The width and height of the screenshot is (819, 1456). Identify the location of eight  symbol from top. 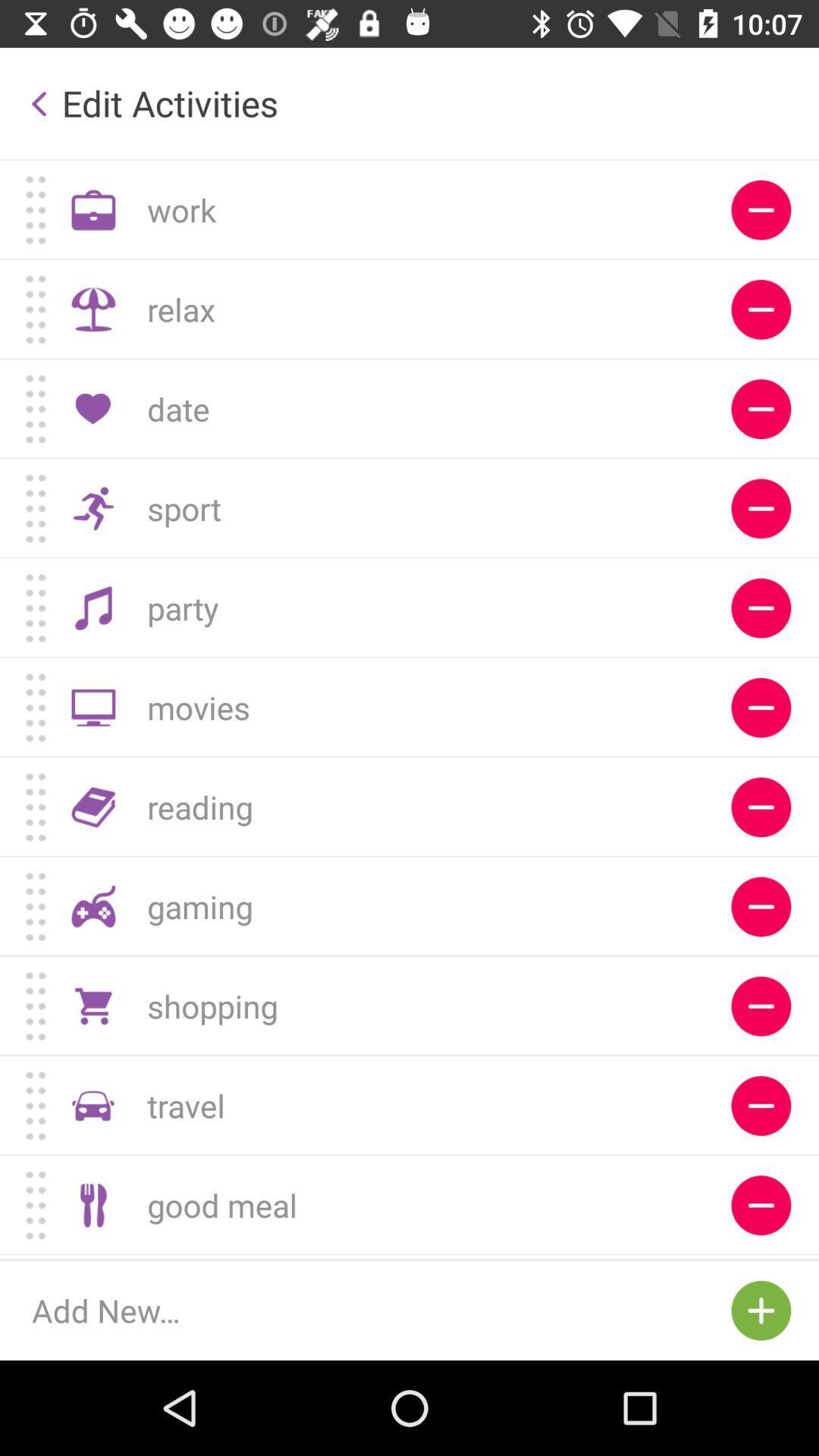
(761, 906).